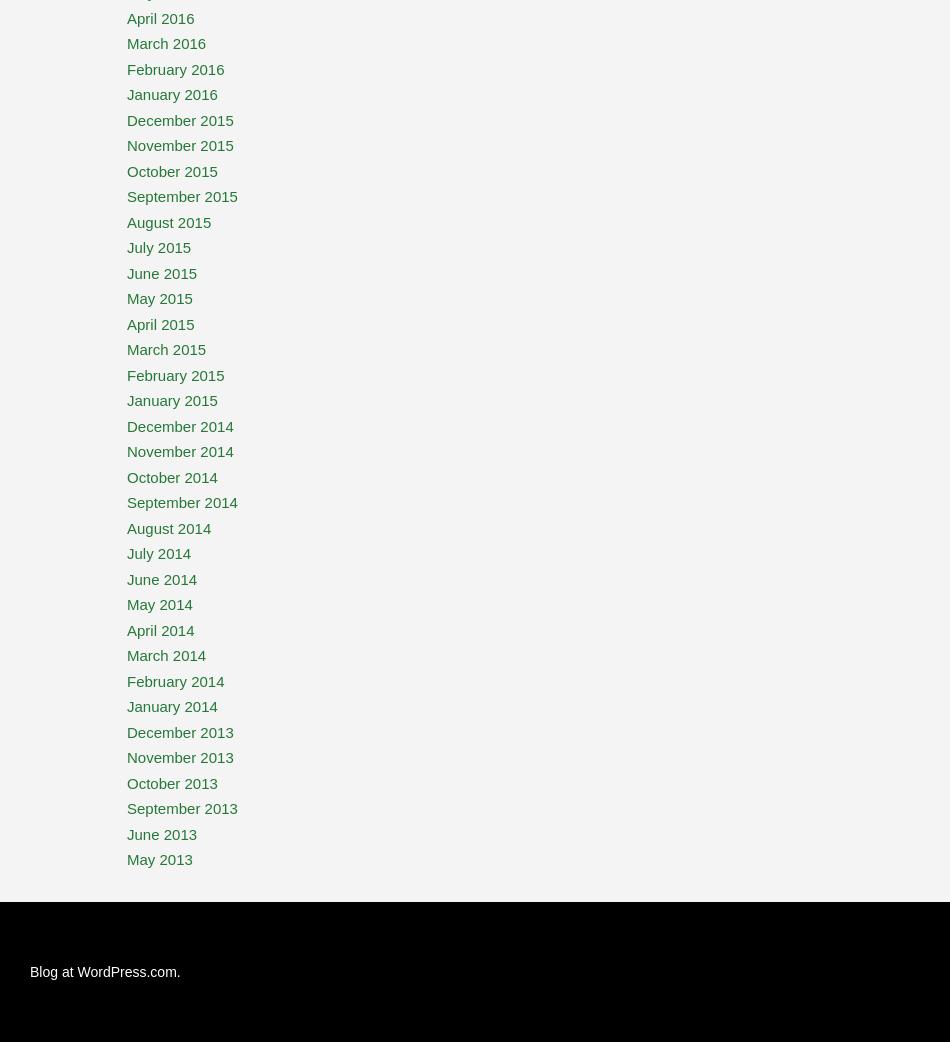  I want to click on 'May 2014', so click(127, 603).